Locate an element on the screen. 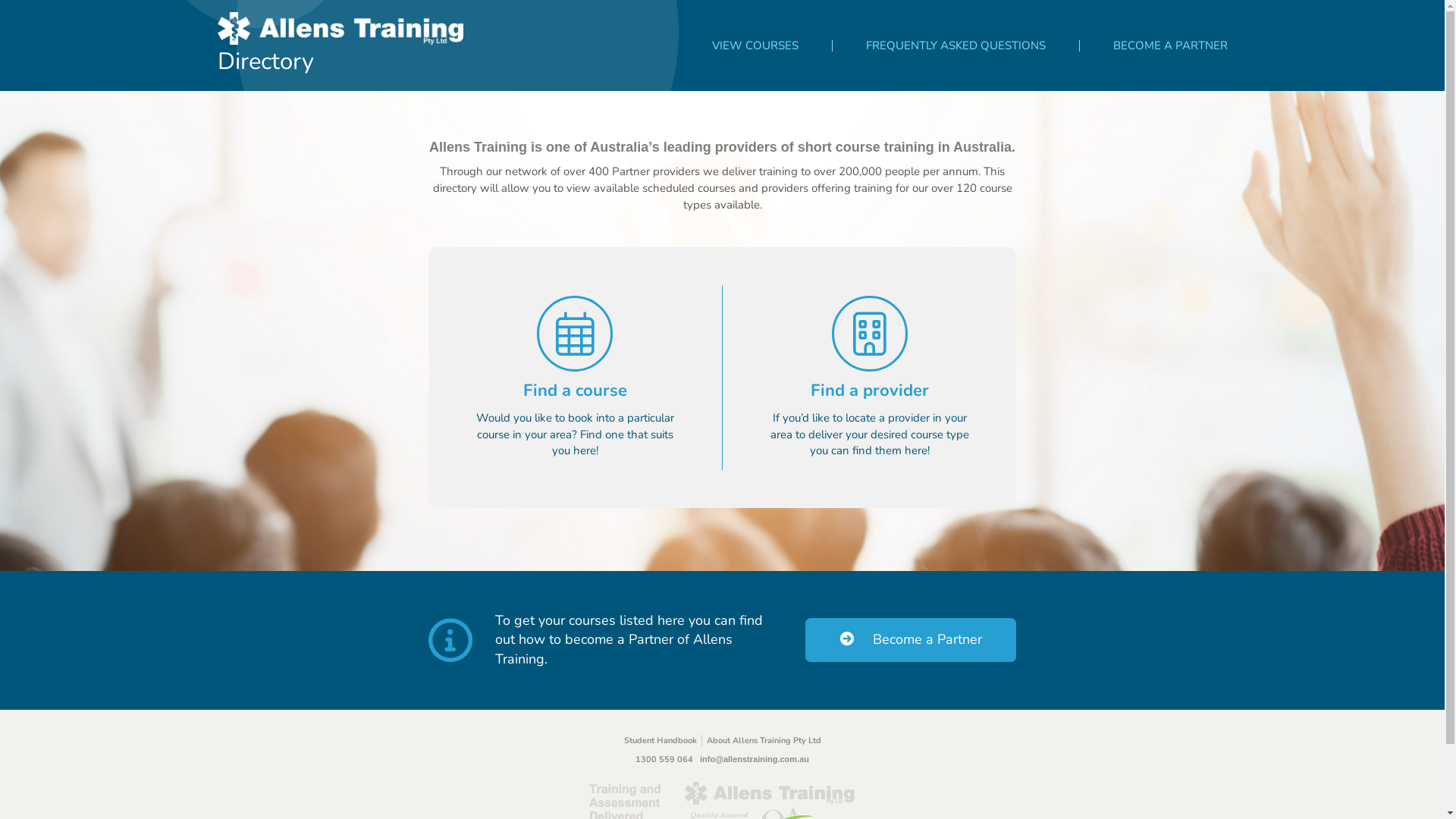 The height and width of the screenshot is (819, 1456). 'Student Handbook' is located at coordinates (664, 739).